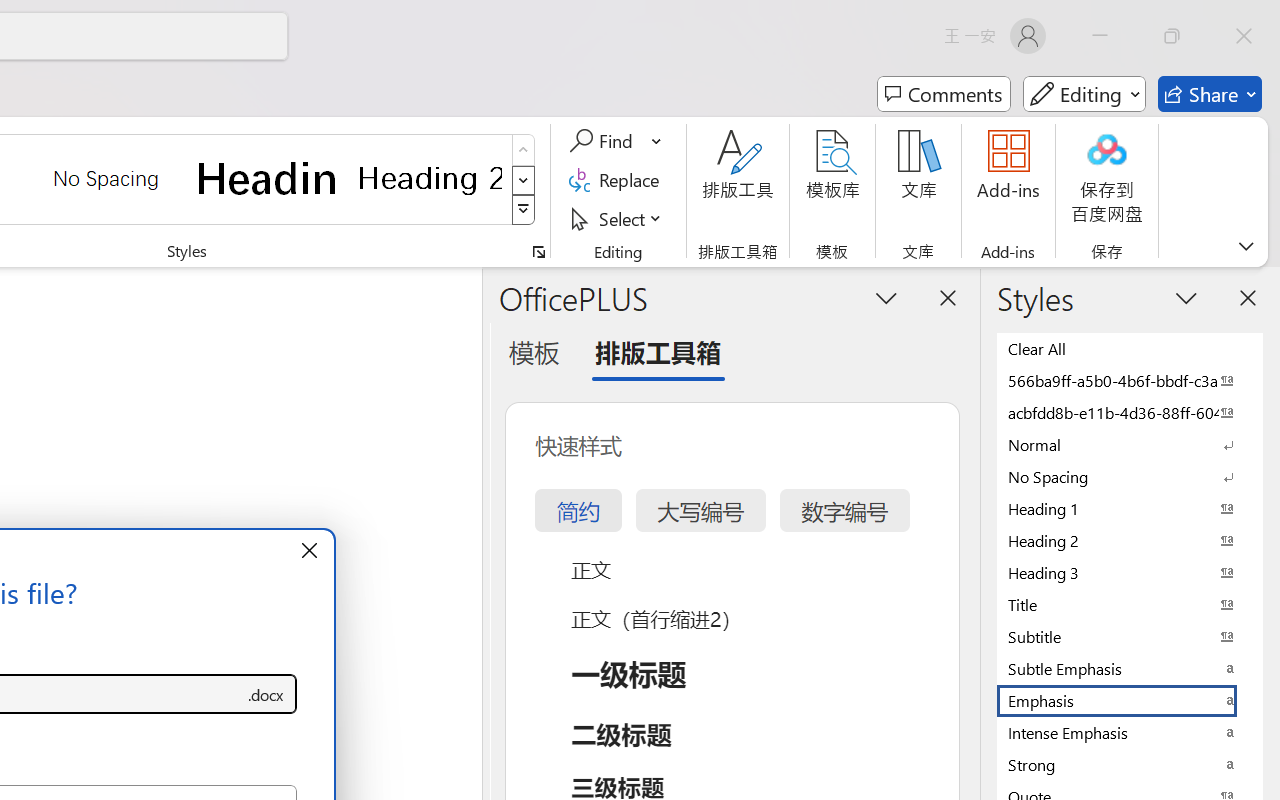  Describe the element at coordinates (617, 218) in the screenshot. I see `'Select'` at that location.